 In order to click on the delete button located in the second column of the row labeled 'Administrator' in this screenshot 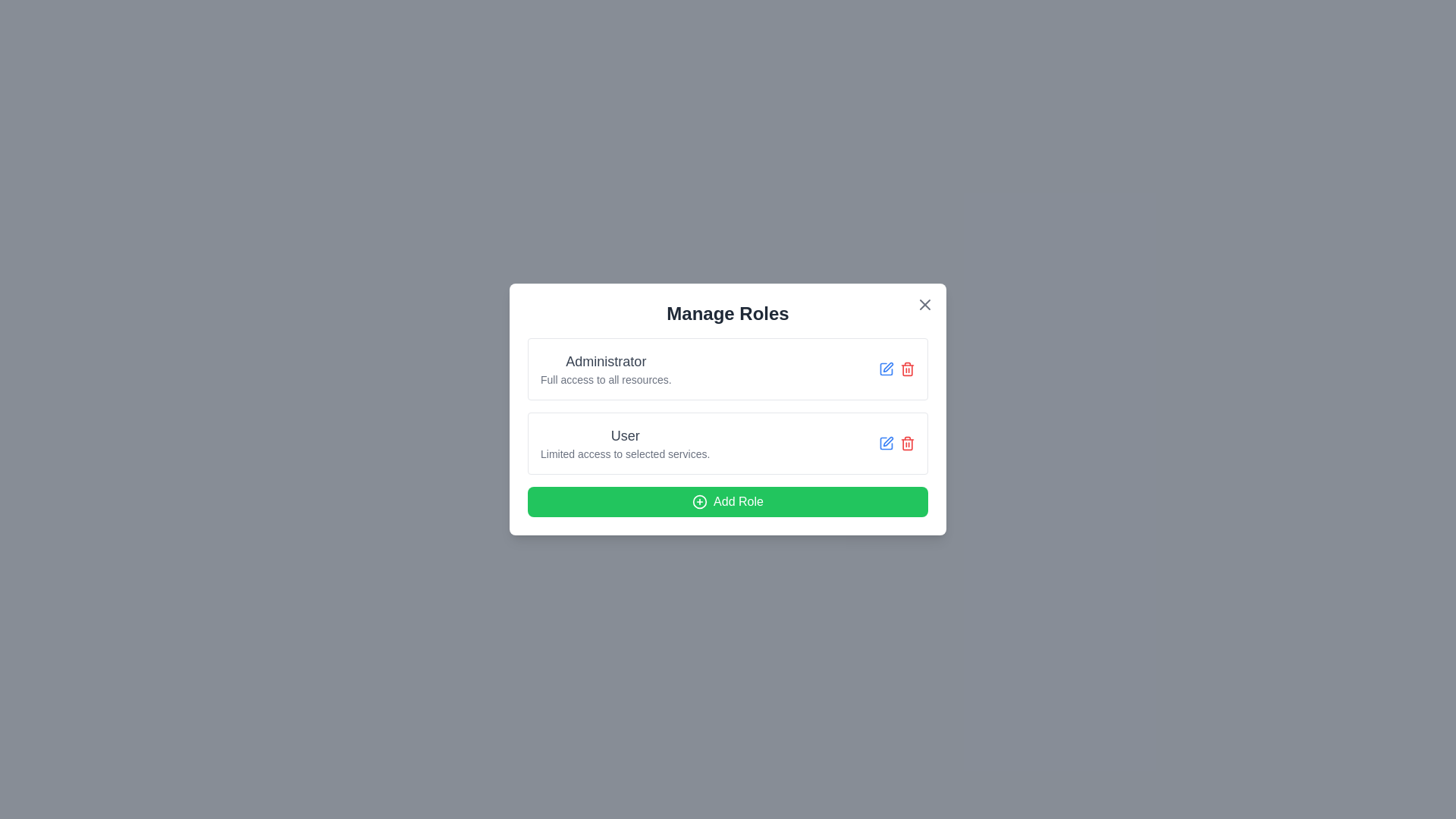, I will do `click(907, 369)`.